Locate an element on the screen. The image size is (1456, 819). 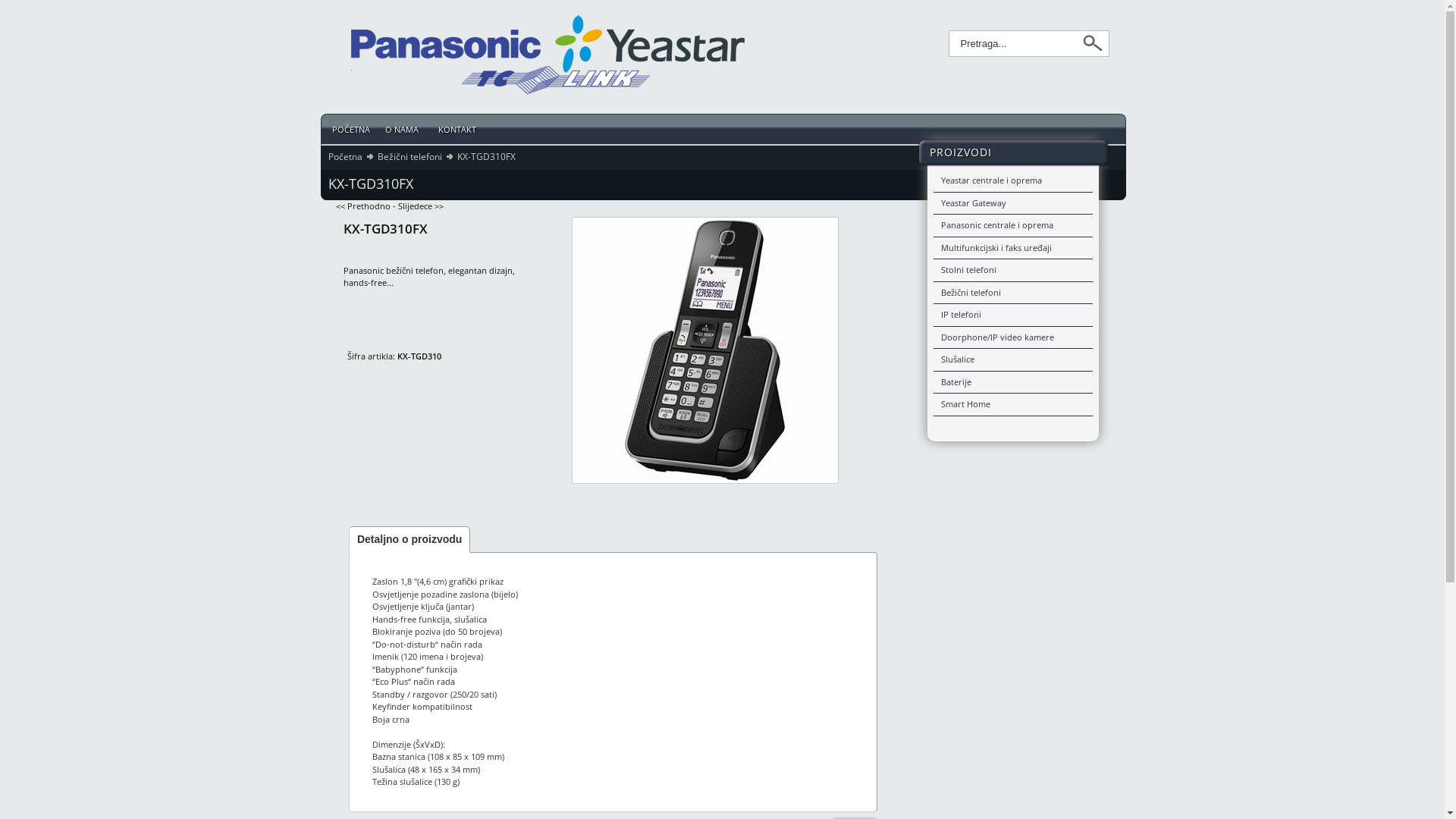
'O NAMA  ' is located at coordinates (378, 128).